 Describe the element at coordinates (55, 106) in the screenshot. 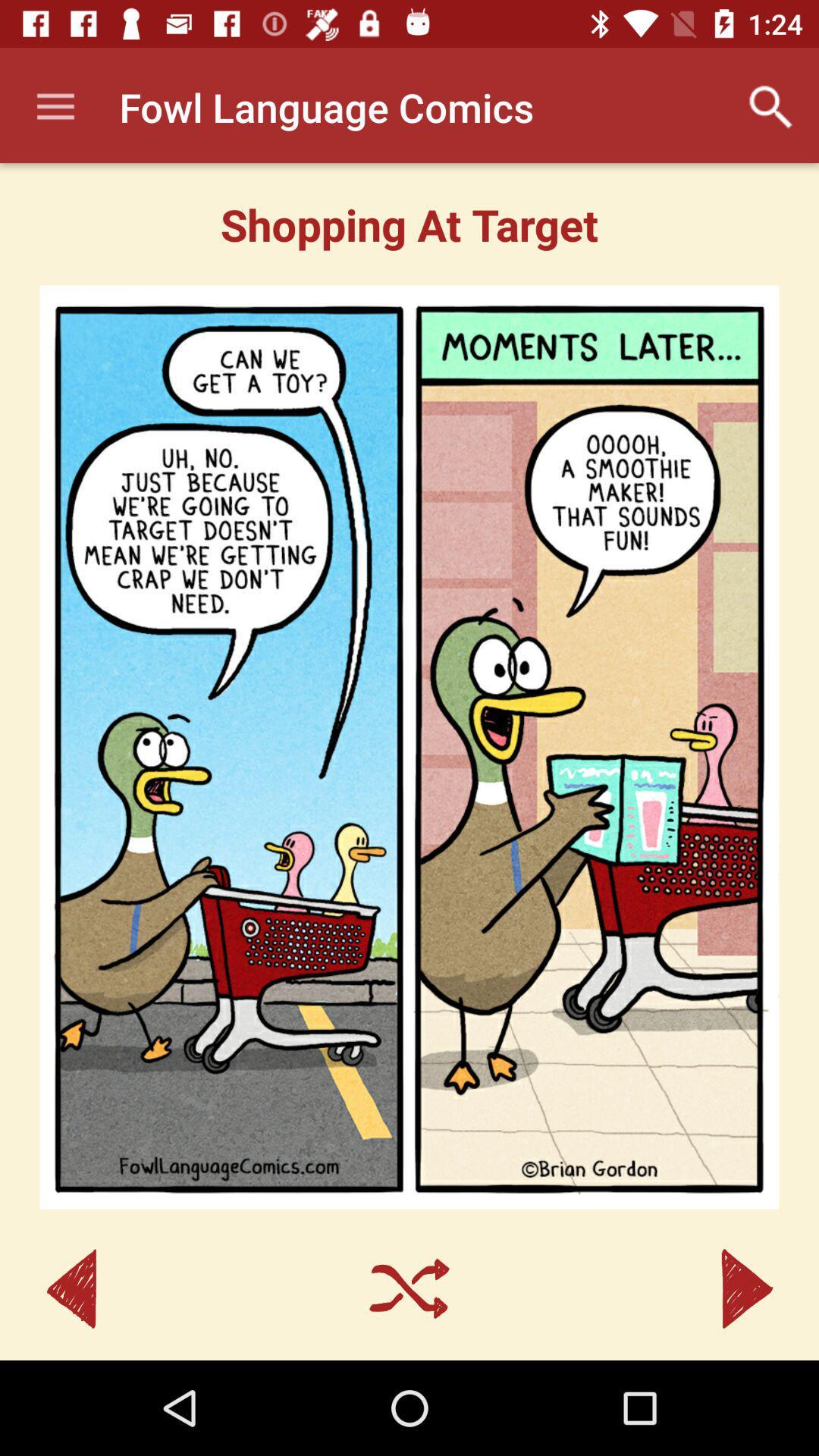

I see `icon to the left of fowl language comics item` at that location.